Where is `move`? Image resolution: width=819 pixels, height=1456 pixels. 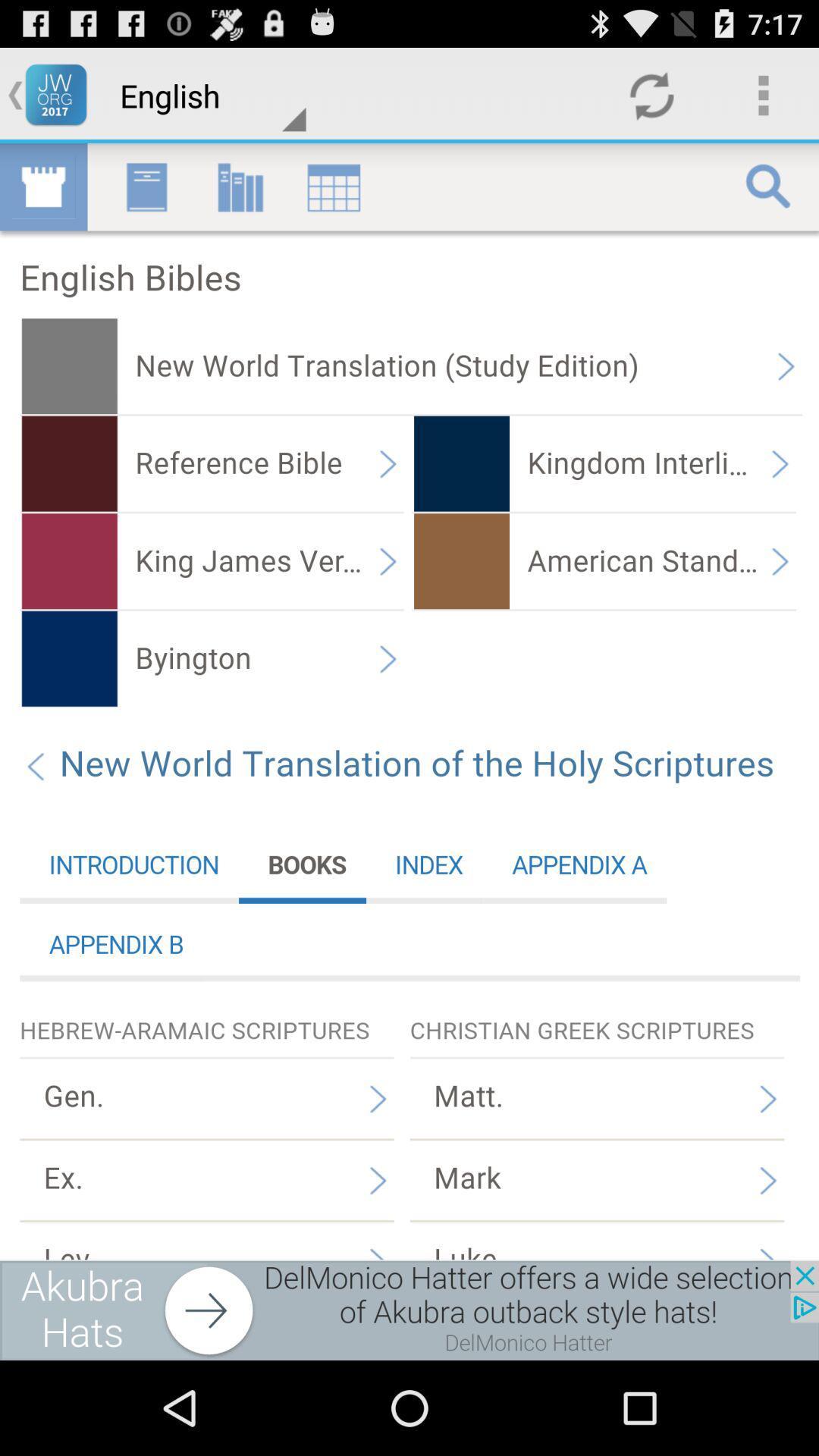 move is located at coordinates (409, 1310).